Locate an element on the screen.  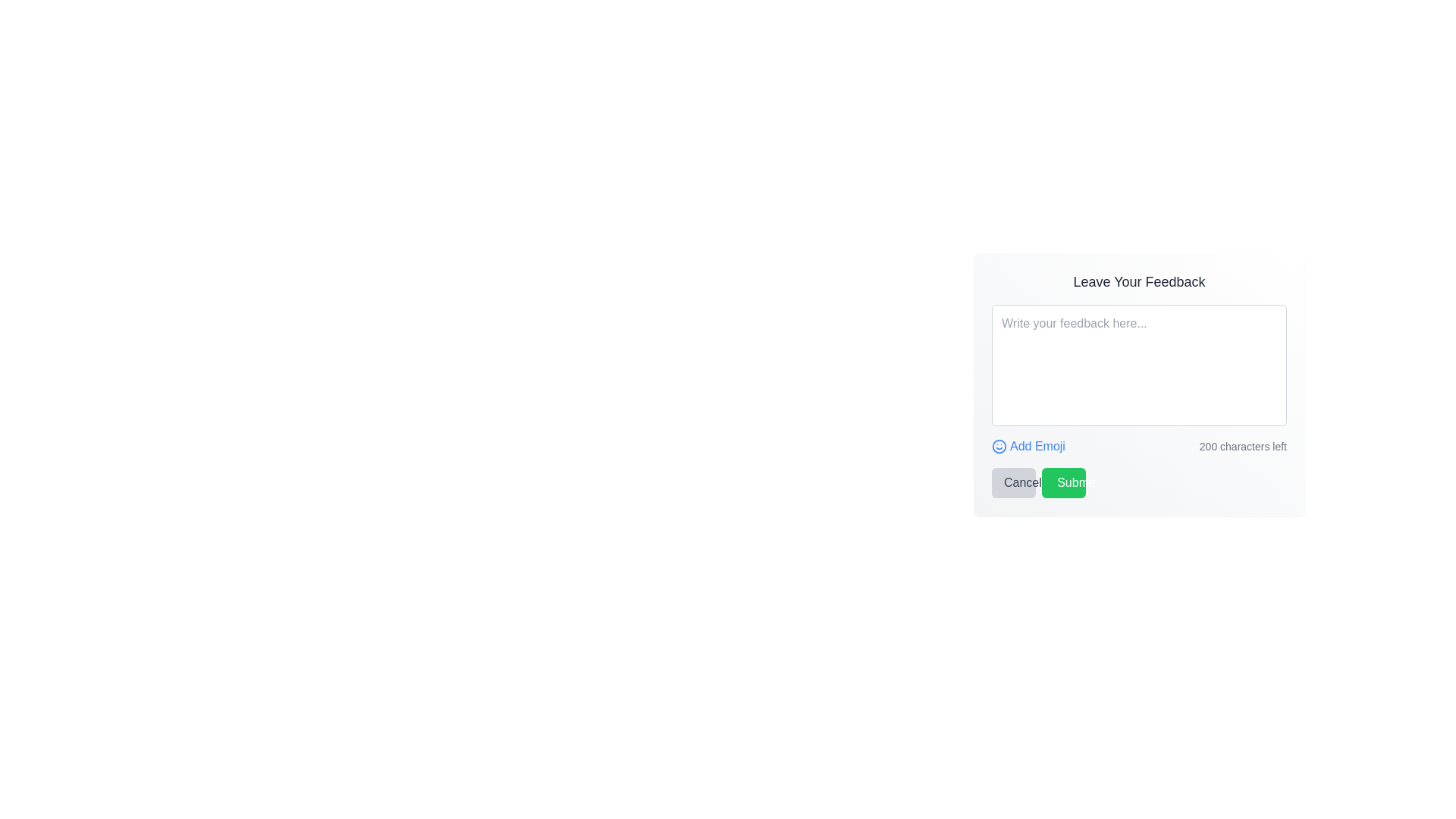
the 'Add Emoji' button, which is styled in blue and located below the feedback text input is located at coordinates (1028, 446).